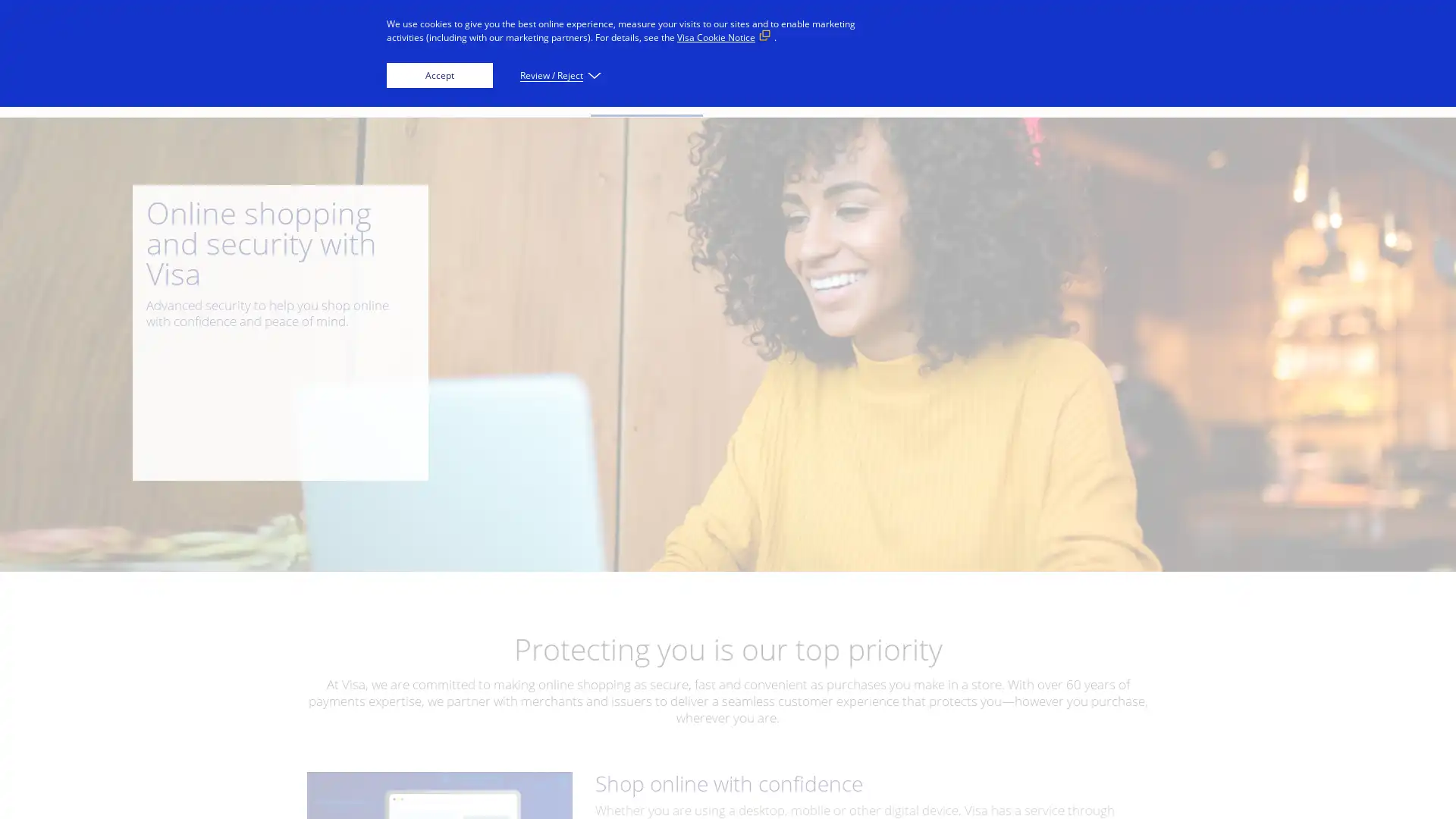 This screenshot has width=1456, height=819. Describe the element at coordinates (557, 75) in the screenshot. I see `Review / Reject` at that location.